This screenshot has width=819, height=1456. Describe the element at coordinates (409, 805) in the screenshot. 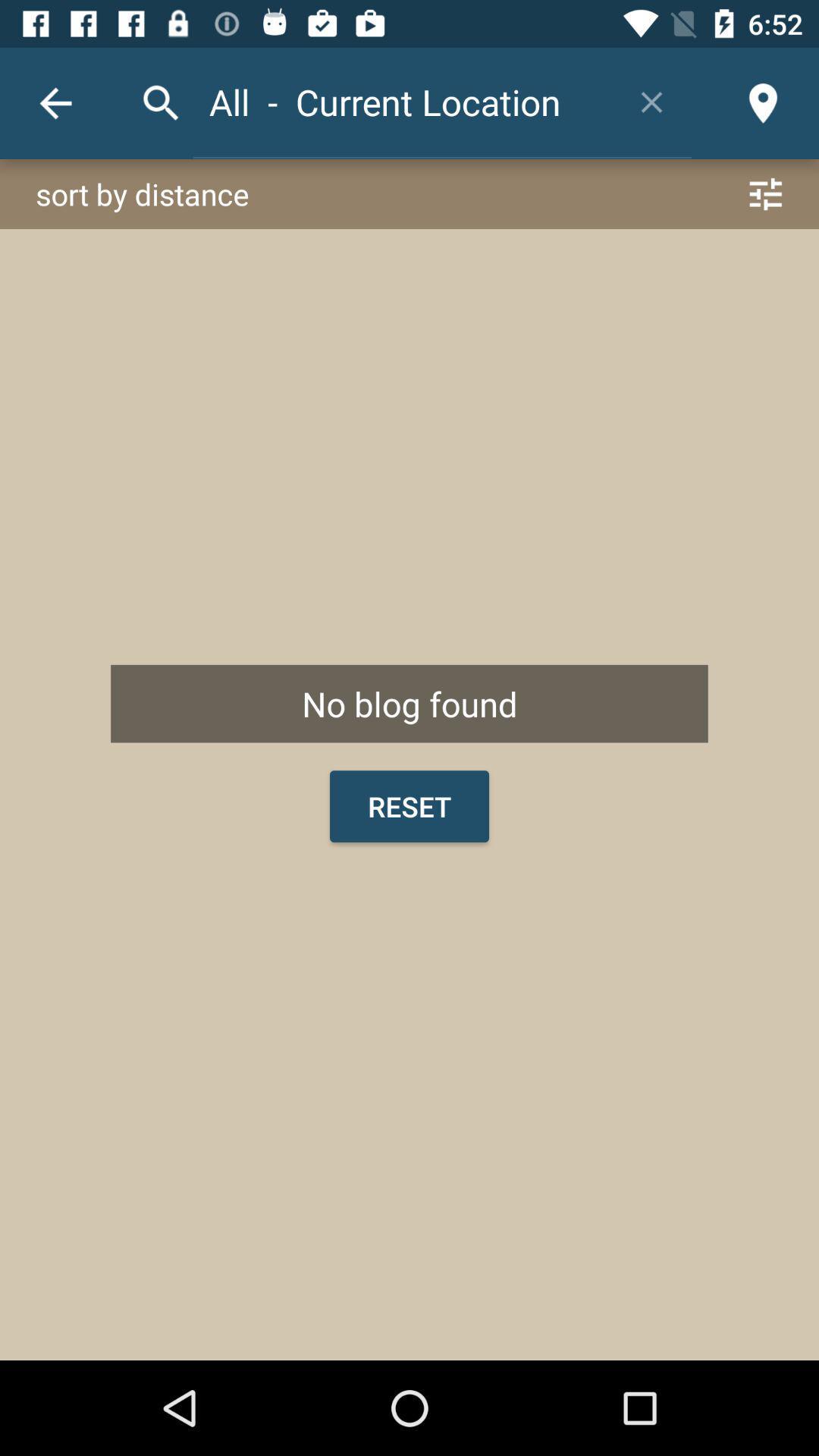

I see `the item below no blog found icon` at that location.